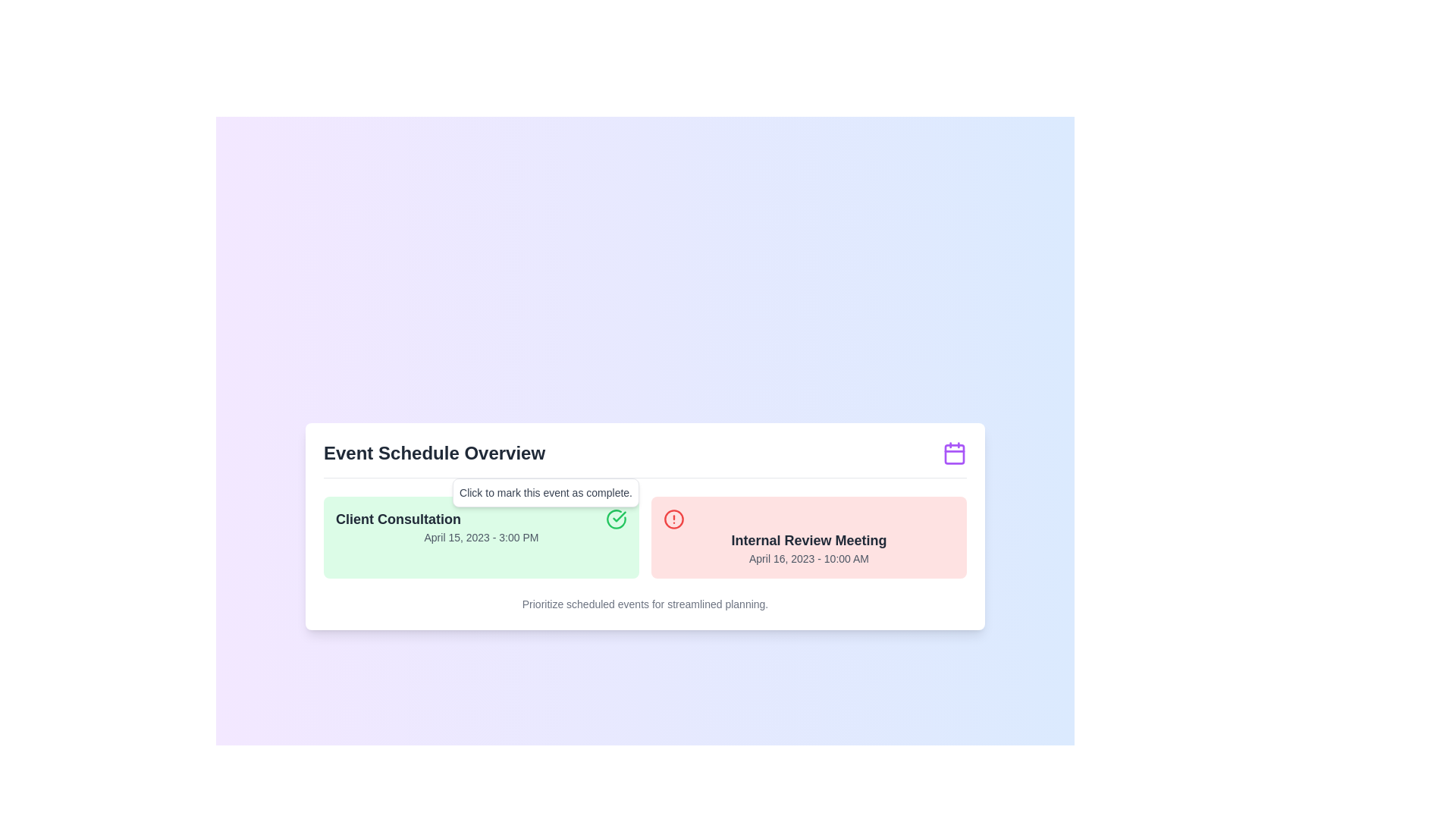 The height and width of the screenshot is (819, 1456). I want to click on the event overview component, so click(645, 526).